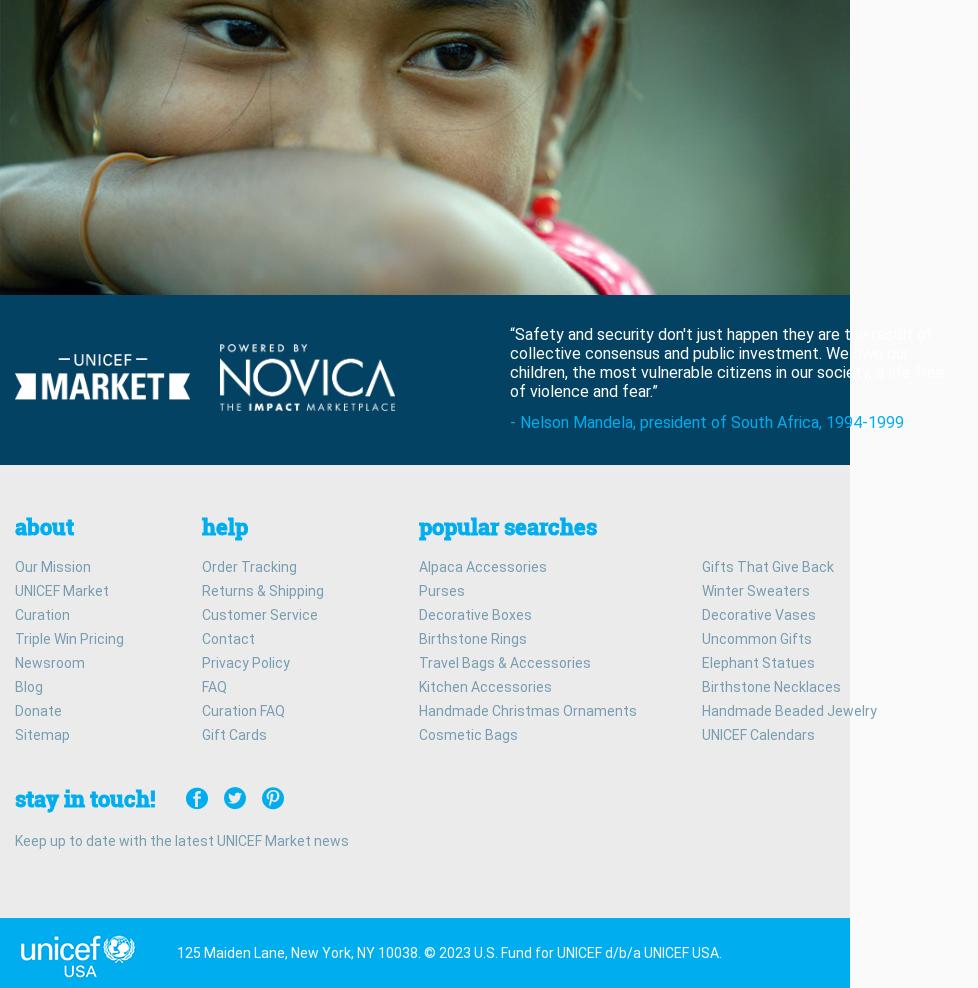 Image resolution: width=978 pixels, height=988 pixels. I want to click on 'Curation FAQ', so click(243, 709).